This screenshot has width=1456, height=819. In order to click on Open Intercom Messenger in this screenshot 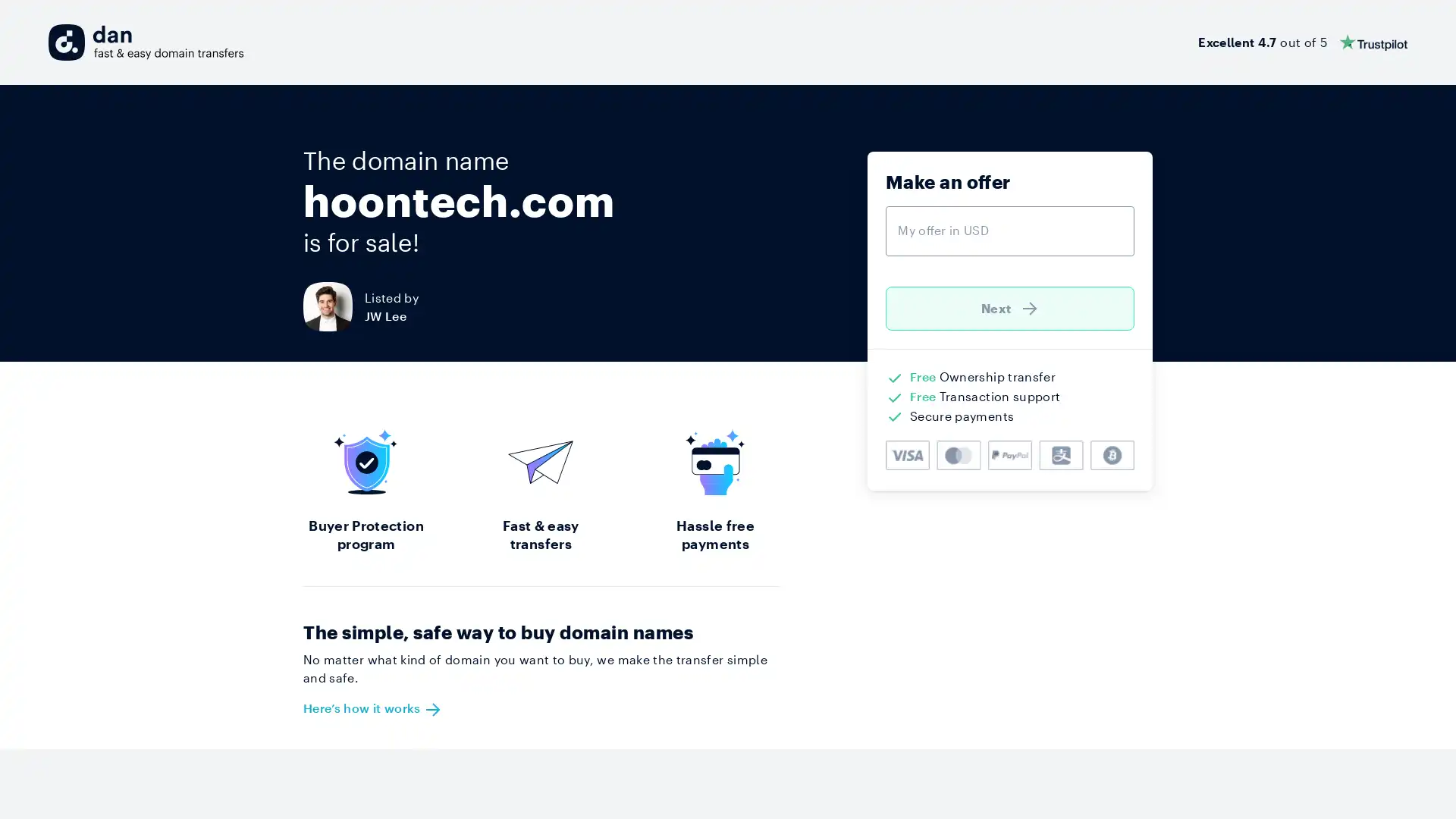, I will do `click(1417, 780)`.